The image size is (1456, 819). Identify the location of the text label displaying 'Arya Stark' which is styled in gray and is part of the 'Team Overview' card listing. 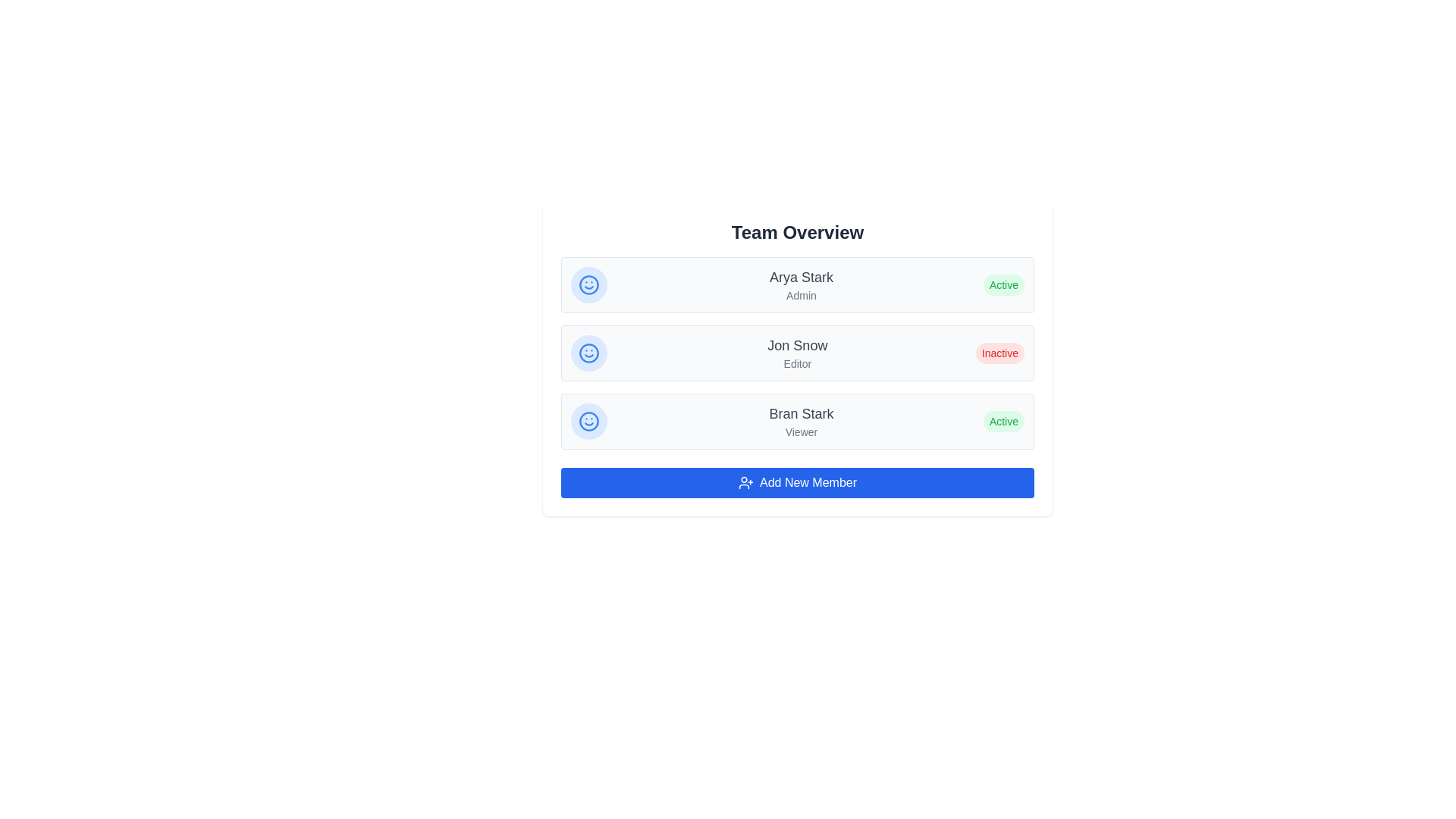
(800, 278).